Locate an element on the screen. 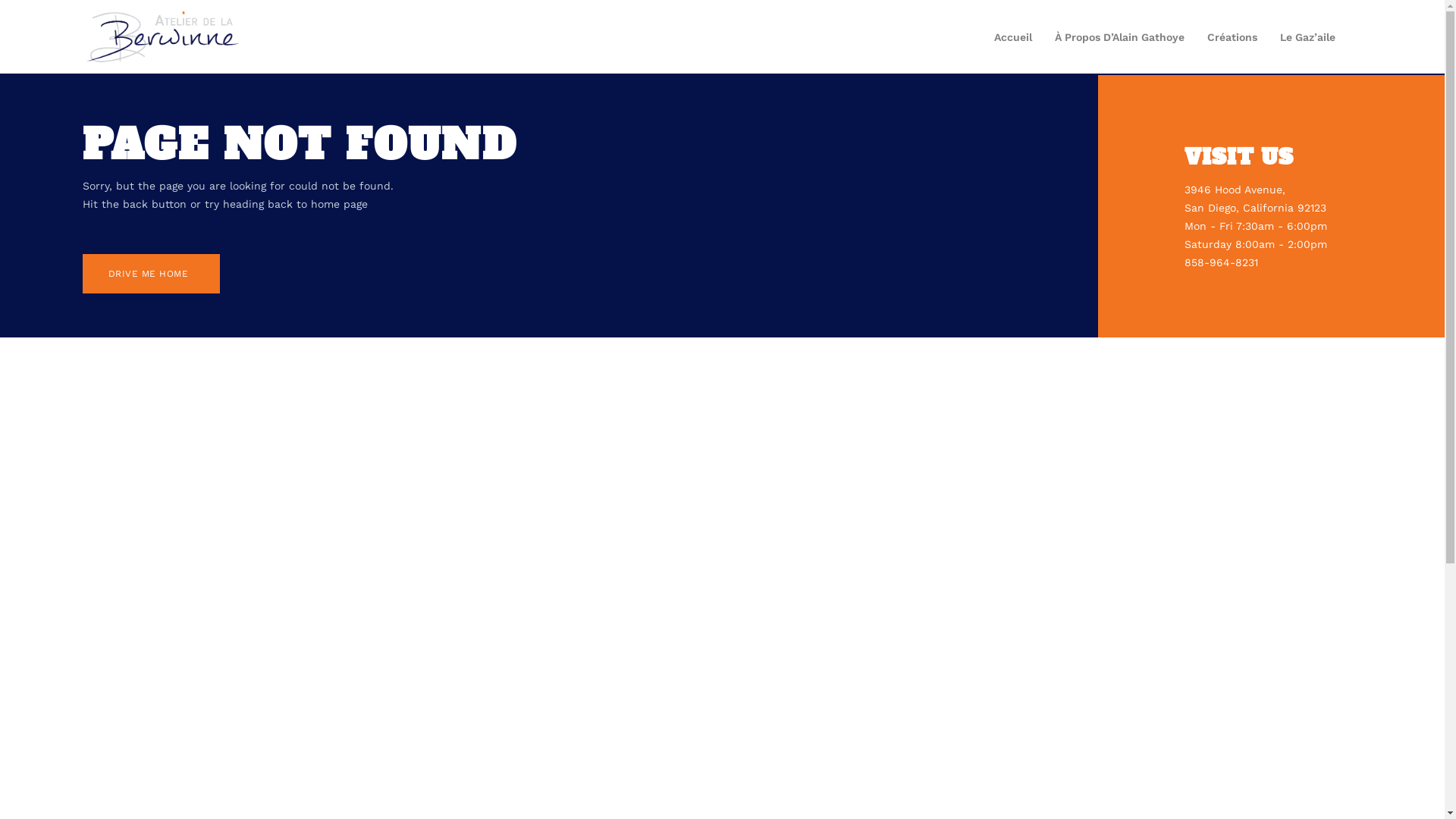 This screenshot has height=819, width=1456. 'Accueil' is located at coordinates (1012, 36).